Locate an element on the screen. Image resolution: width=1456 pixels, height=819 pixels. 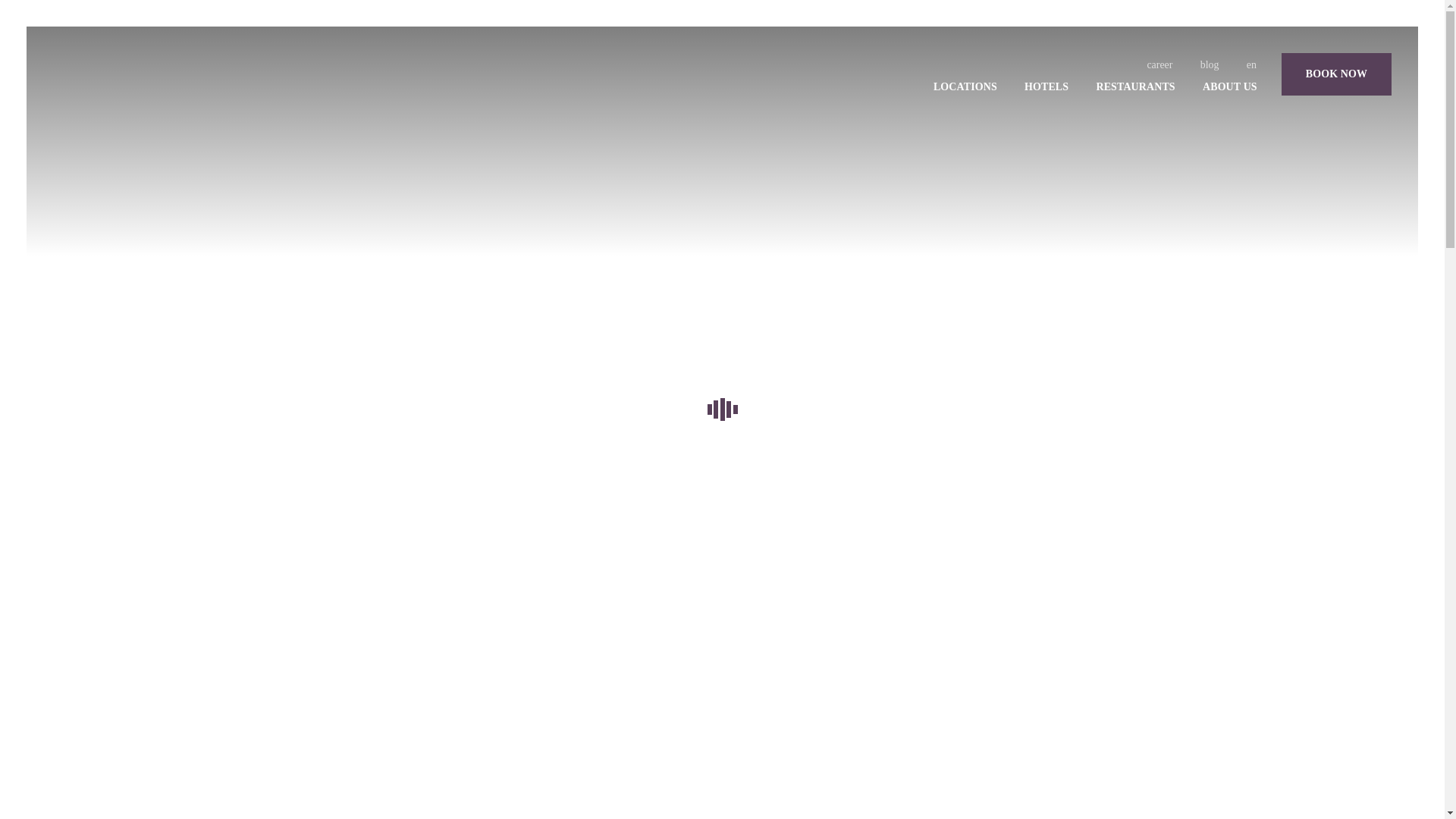
'BOOK NOW' is located at coordinates (1336, 74).